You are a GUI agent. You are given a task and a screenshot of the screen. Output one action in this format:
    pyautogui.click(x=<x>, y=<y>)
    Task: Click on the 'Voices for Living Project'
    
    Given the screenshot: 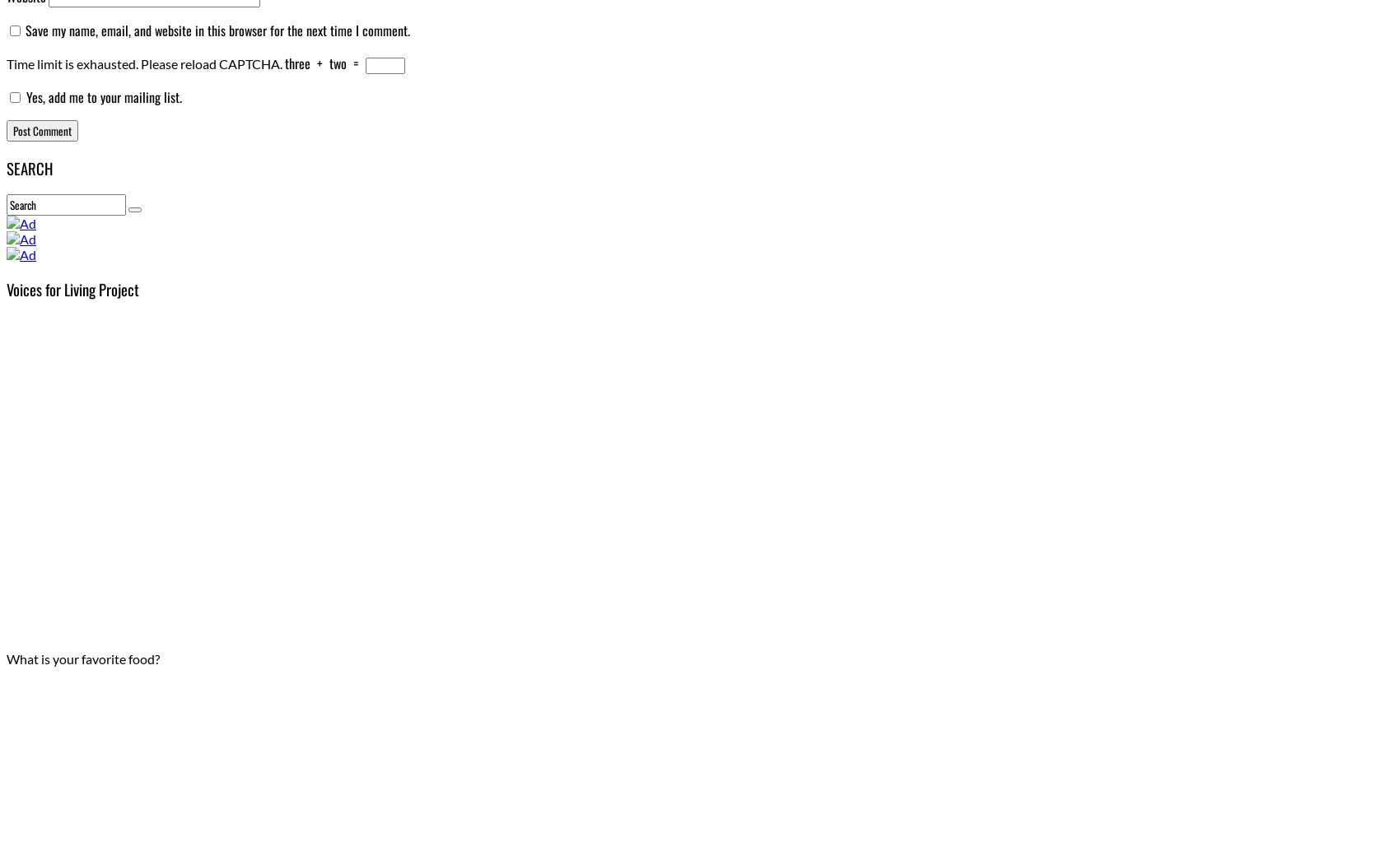 What is the action you would take?
    pyautogui.click(x=72, y=288)
    